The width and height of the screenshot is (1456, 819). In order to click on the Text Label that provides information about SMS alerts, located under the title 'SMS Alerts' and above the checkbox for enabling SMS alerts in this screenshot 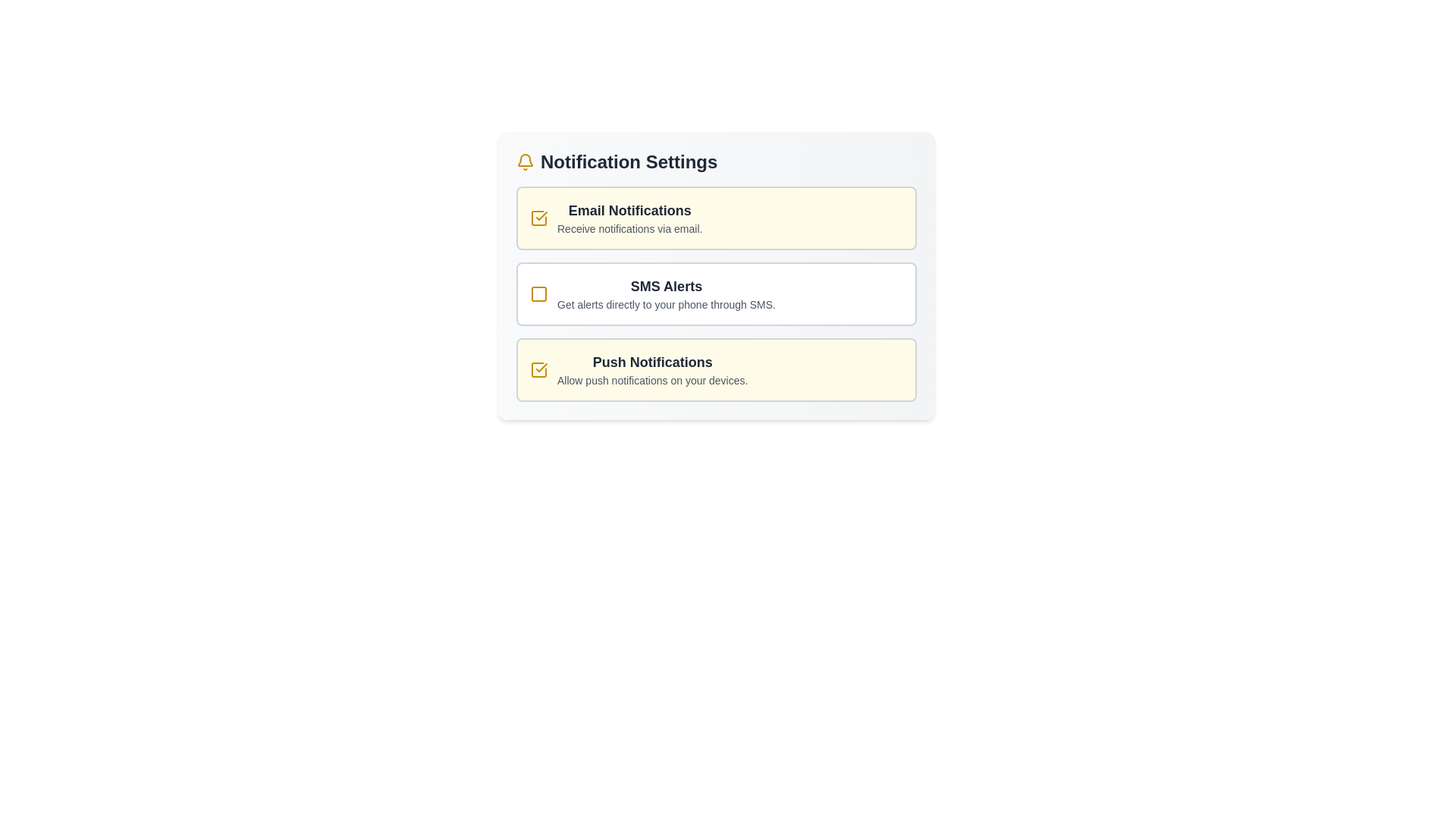, I will do `click(666, 304)`.